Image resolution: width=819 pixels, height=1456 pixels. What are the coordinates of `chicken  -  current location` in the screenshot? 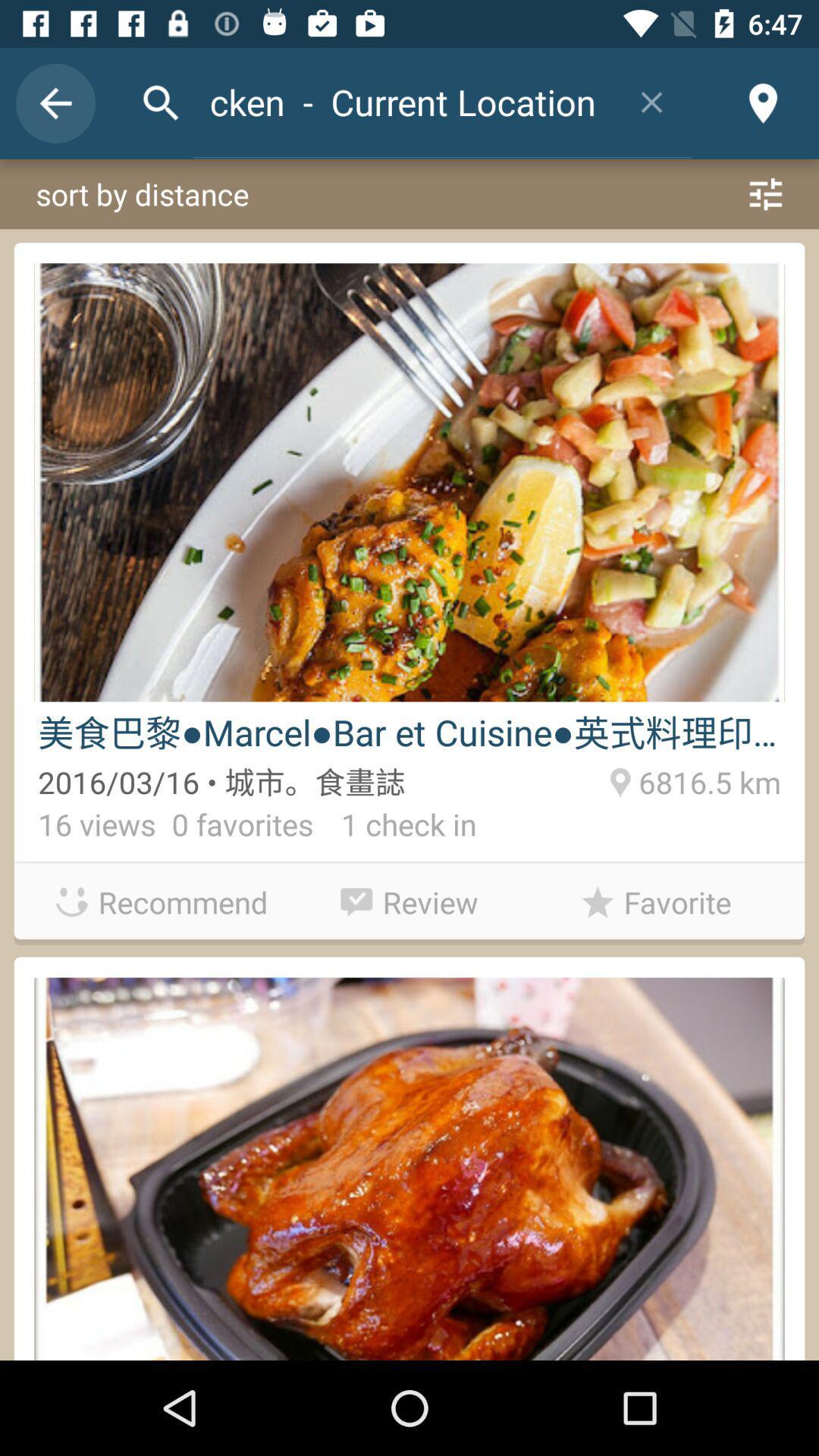 It's located at (402, 101).